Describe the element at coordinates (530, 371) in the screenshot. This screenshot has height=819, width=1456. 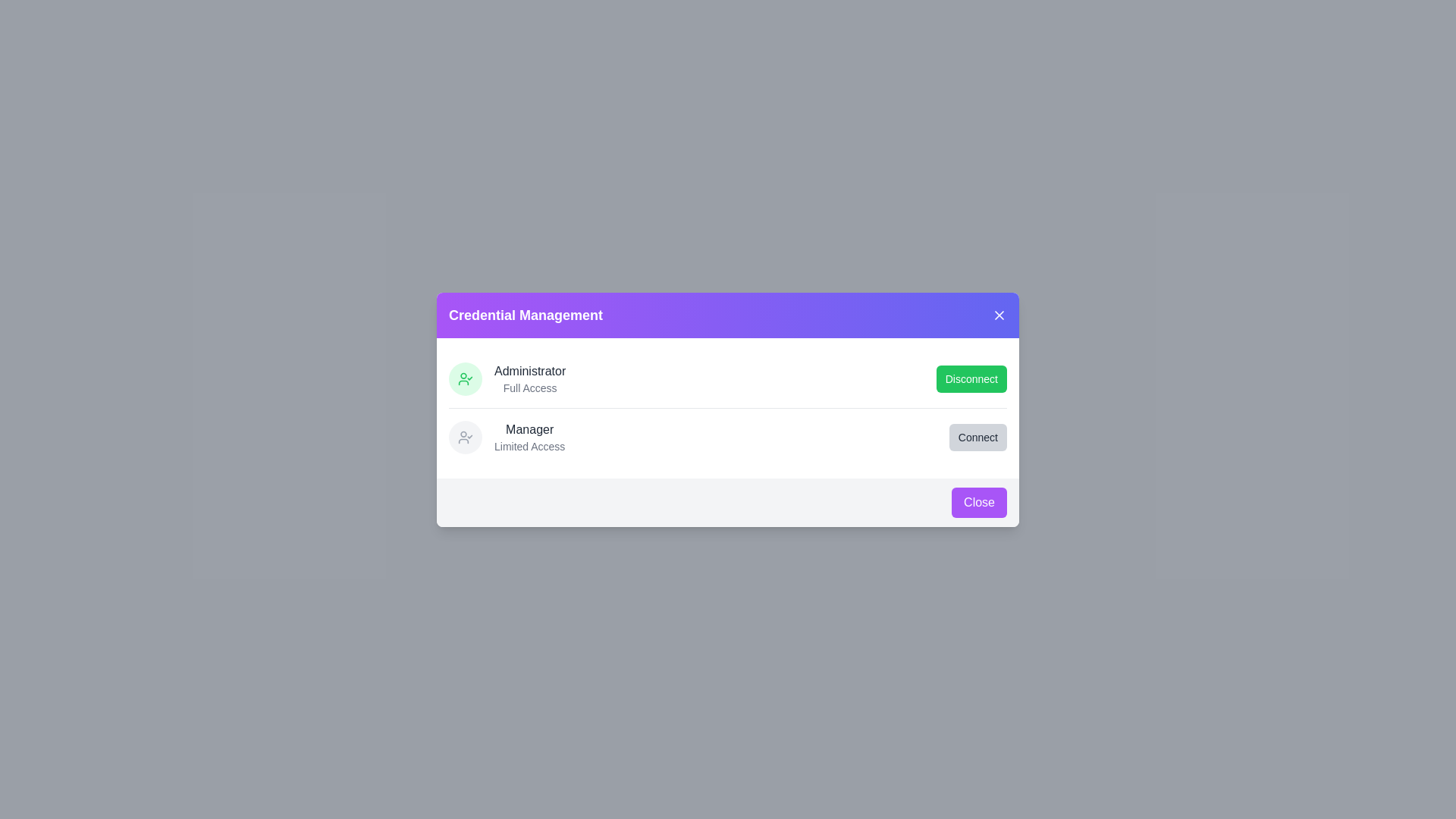
I see `the label representing the user role located in the 'Credential Management' panel, next to the green user icon and above the 'Full Access' label` at that location.